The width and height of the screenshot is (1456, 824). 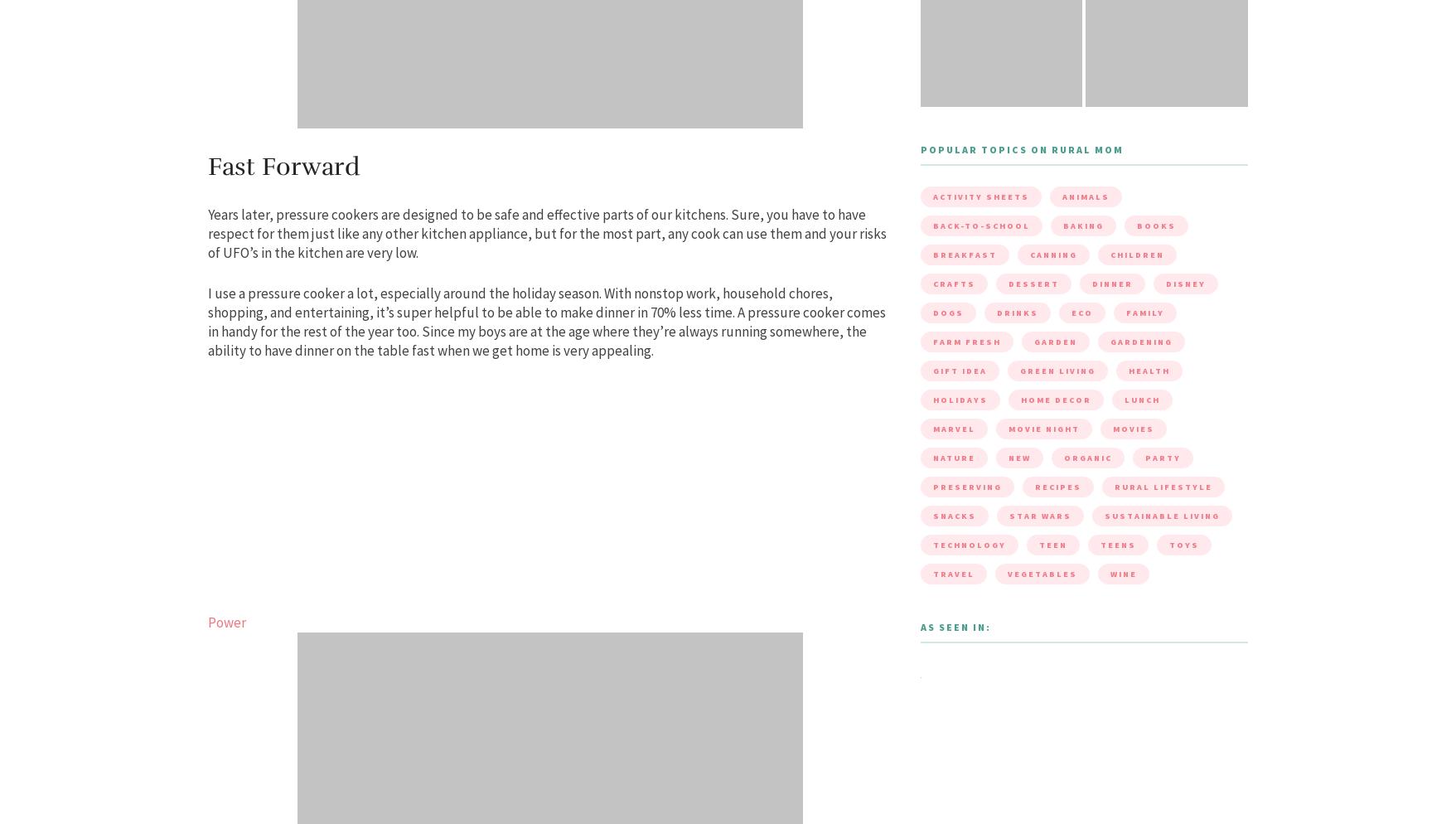 I want to click on 'Technology', so click(x=932, y=545).